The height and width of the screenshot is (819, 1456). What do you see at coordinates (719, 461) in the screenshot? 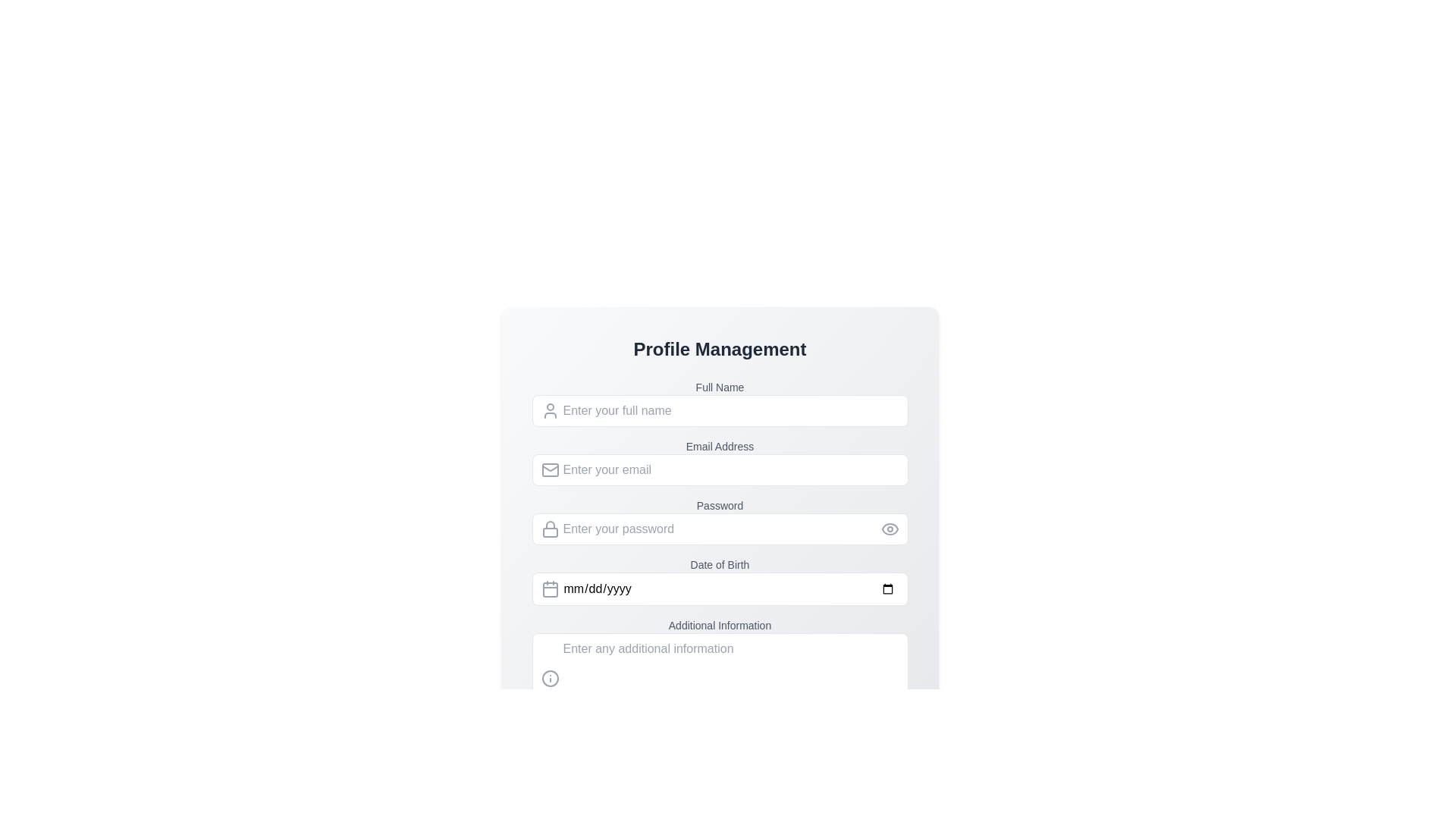
I see `the email address input field, which is the second field in the vertical form after the 'Full Name' field and before the 'Password' field, to focus on it` at bounding box center [719, 461].